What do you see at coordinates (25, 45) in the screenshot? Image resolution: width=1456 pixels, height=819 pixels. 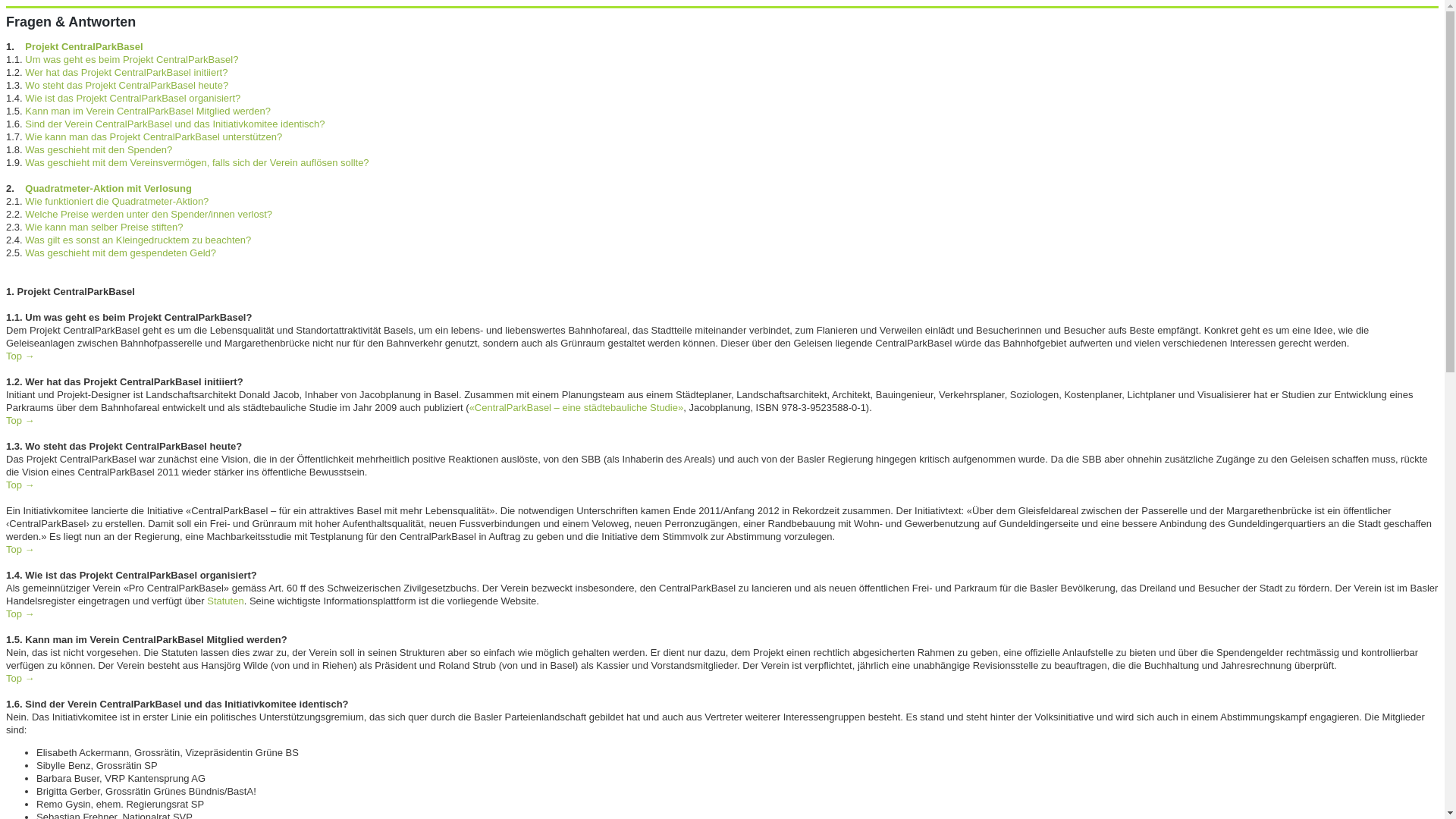 I see `'Projekt CentralParkBasel'` at bounding box center [25, 45].